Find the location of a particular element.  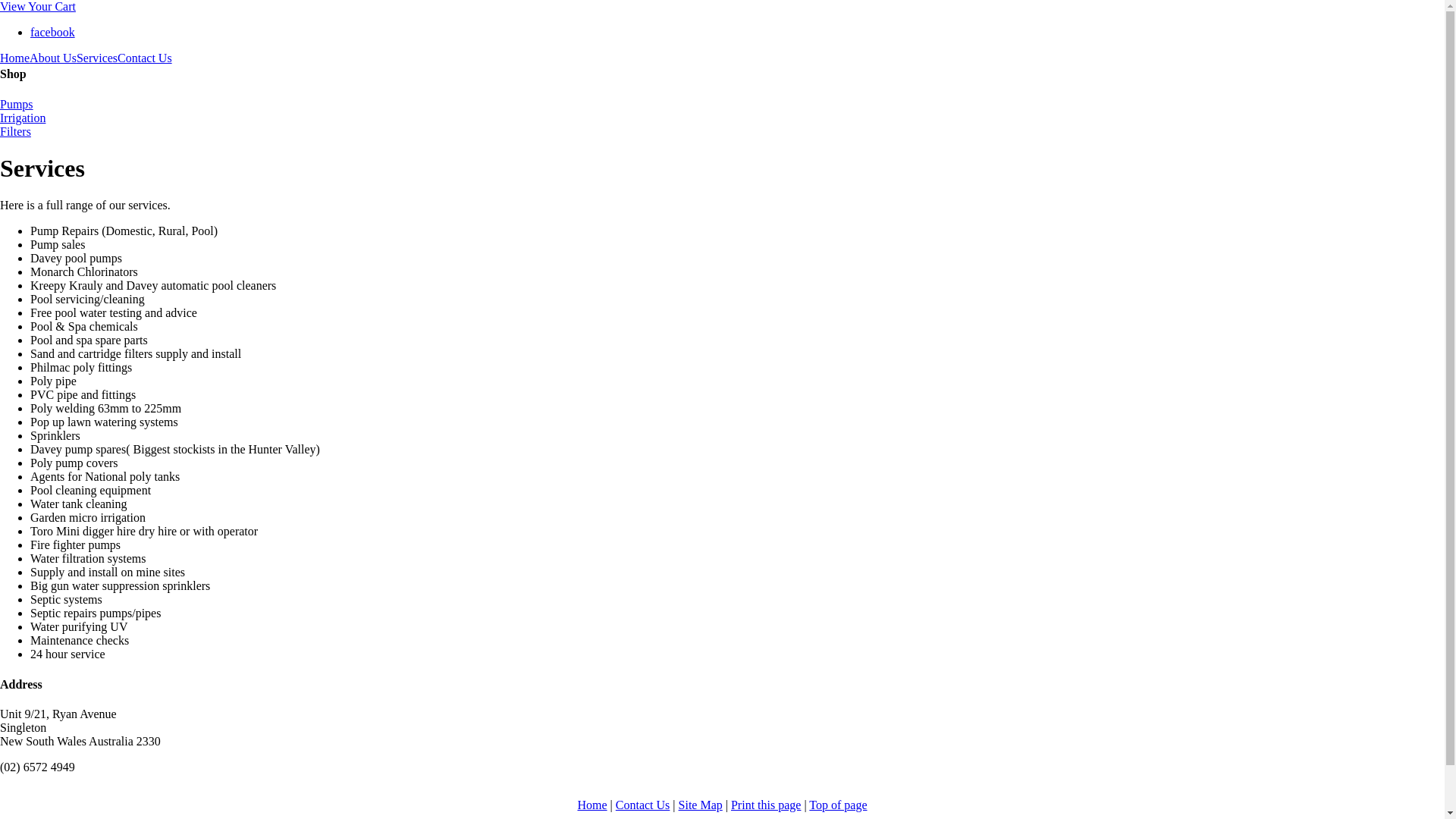

'Irrigation' is located at coordinates (721, 117).